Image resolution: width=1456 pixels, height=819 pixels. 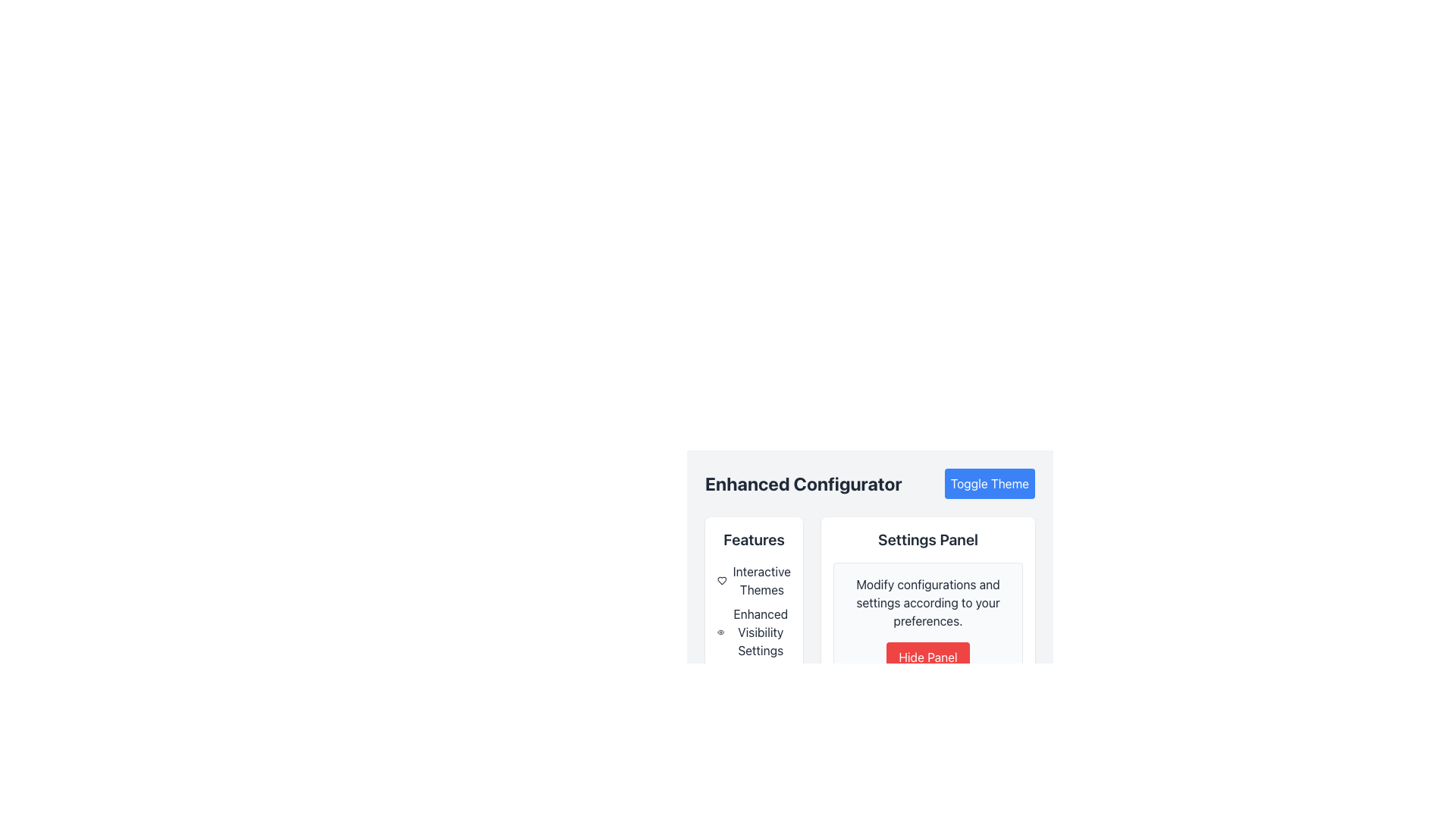 I want to click on the second option in the 'Features' section related to visibility settings, located beneath 'Interactive Themes' and above 'Notifications Toggle.', so click(x=754, y=632).